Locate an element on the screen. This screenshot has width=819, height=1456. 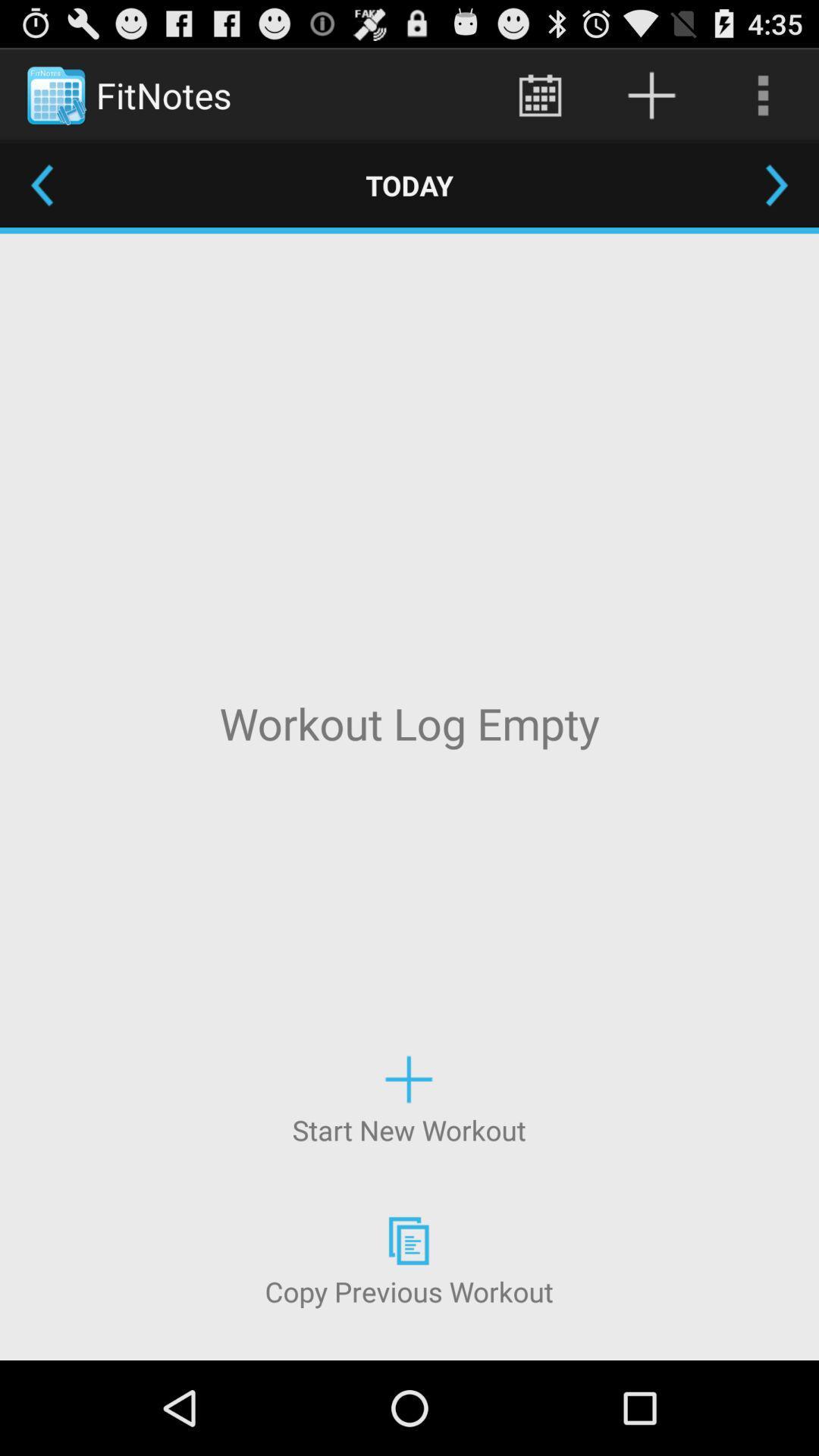
app next to today is located at coordinates (41, 184).